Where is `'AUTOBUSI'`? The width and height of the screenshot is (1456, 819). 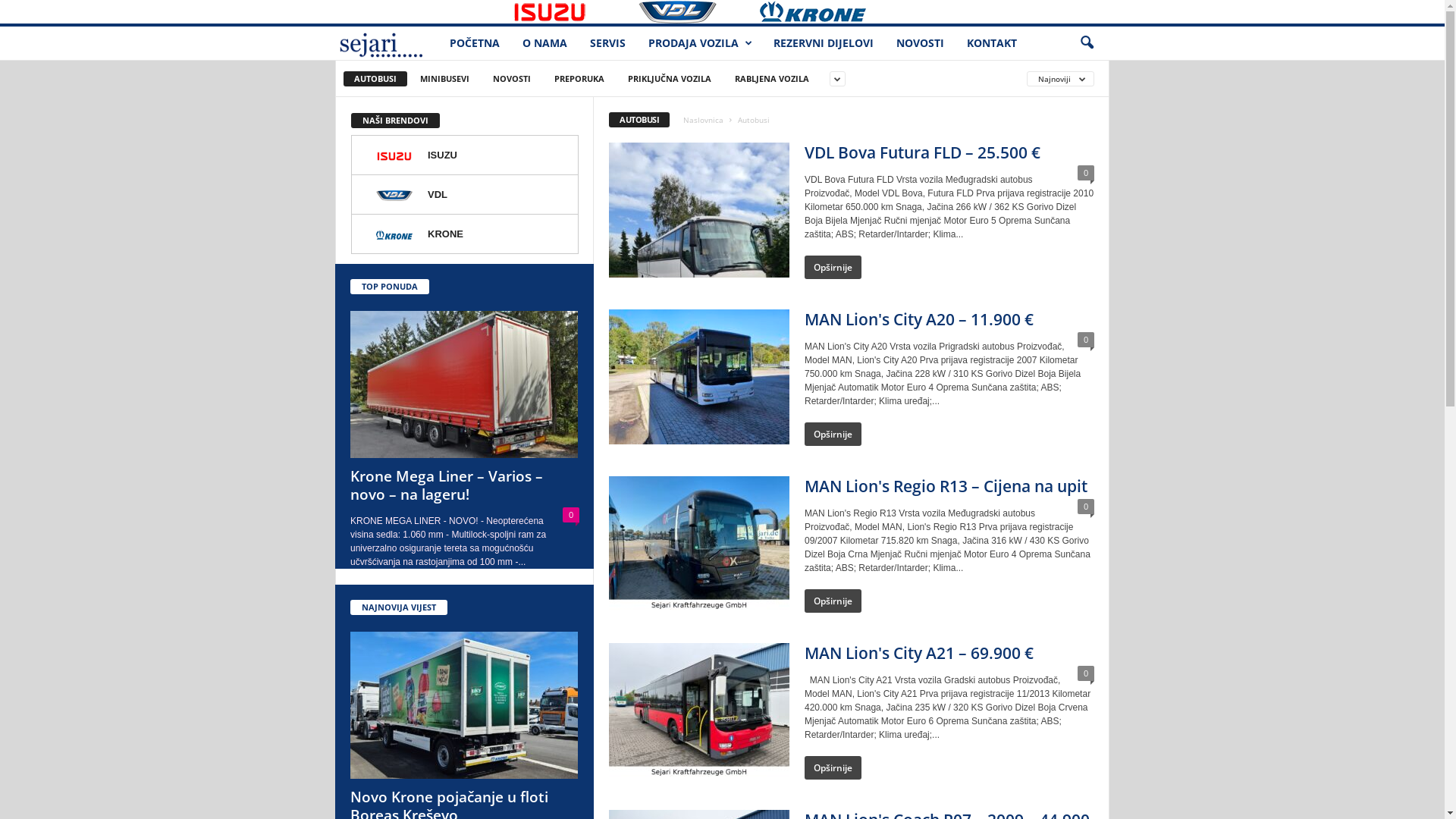
'AUTOBUSI' is located at coordinates (375, 79).